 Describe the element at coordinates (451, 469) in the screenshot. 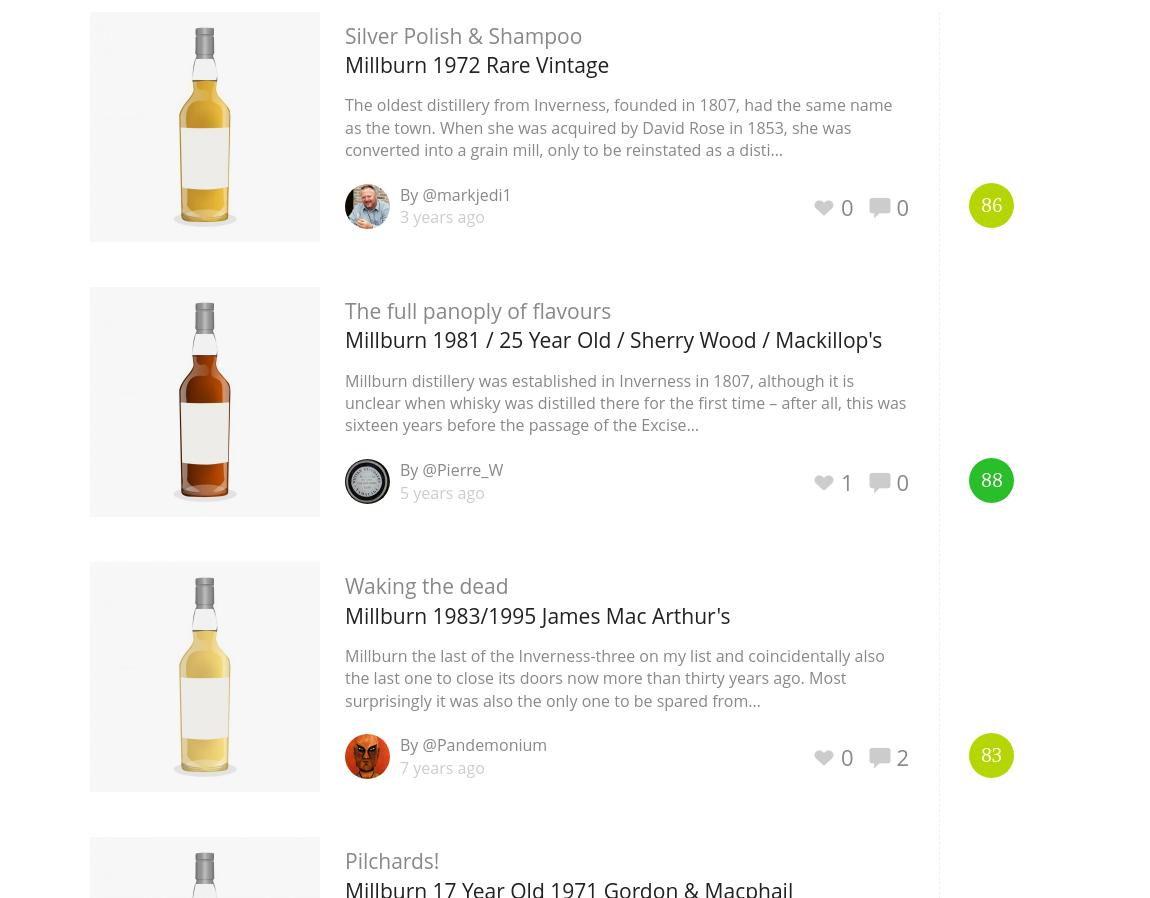

I see `'By @Pierre_W'` at that location.